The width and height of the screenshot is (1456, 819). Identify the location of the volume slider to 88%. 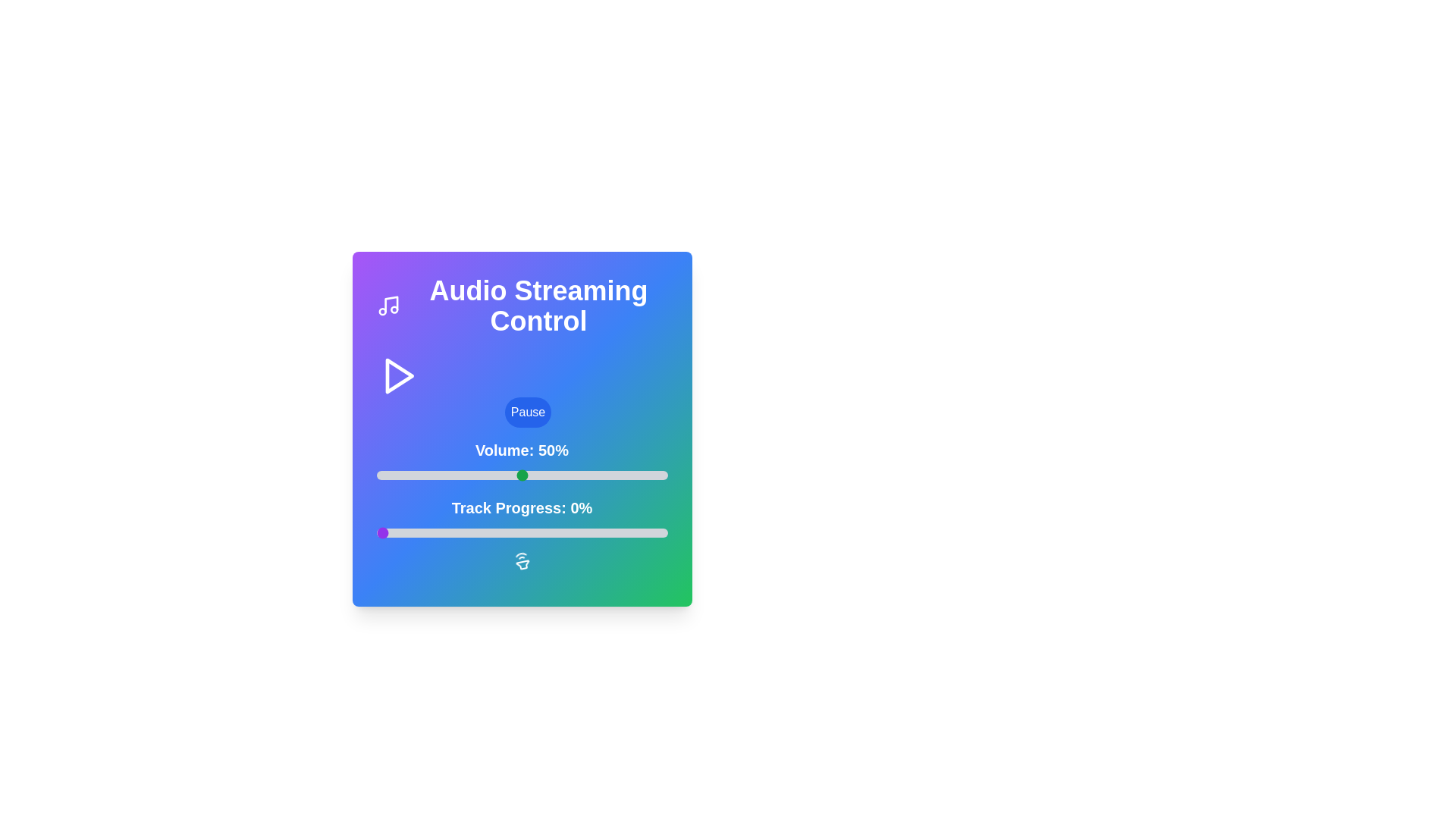
(632, 475).